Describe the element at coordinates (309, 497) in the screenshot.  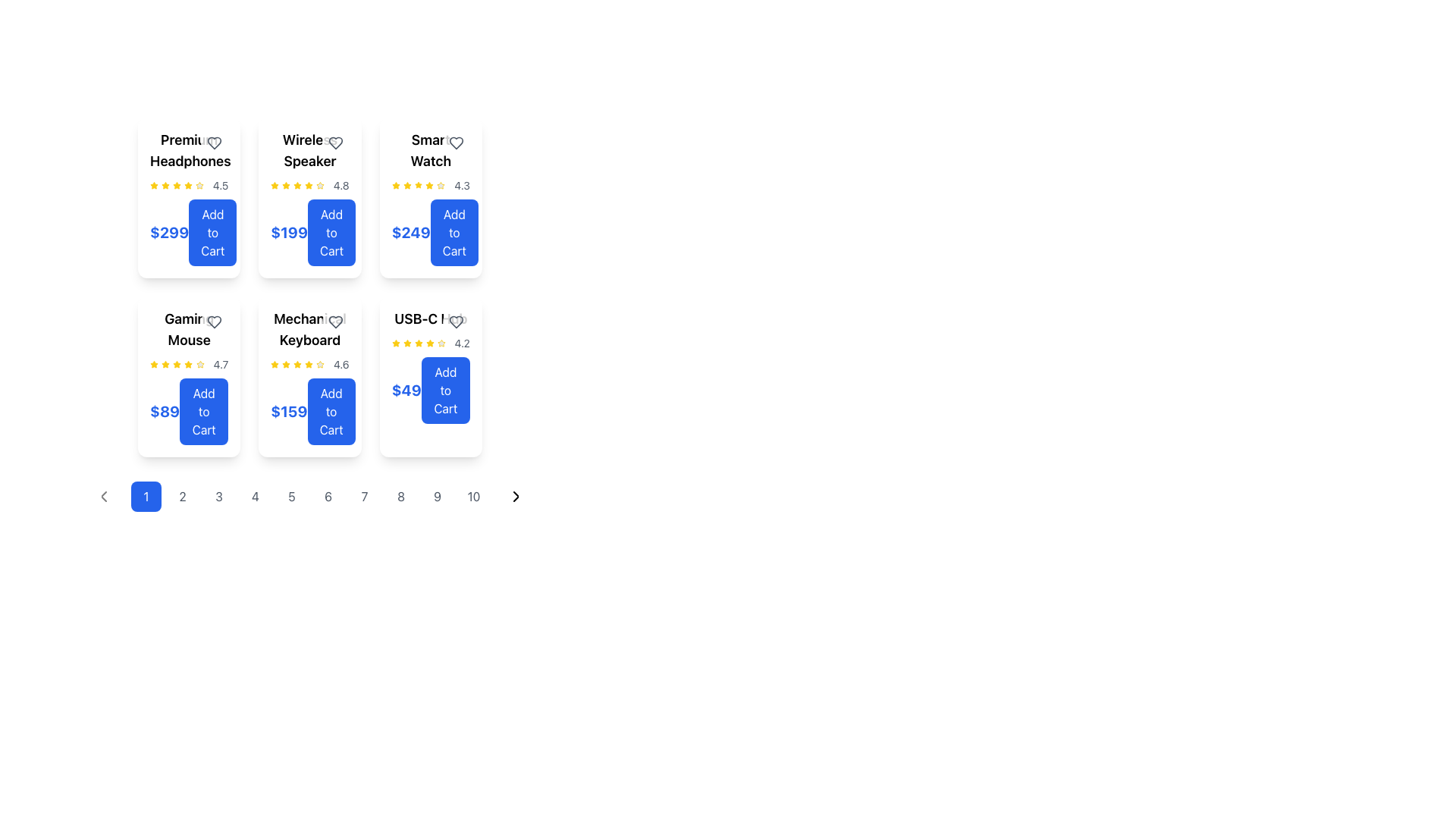
I see `the sixth page button in the pagination bar located at the bottom of the grid of items` at that location.